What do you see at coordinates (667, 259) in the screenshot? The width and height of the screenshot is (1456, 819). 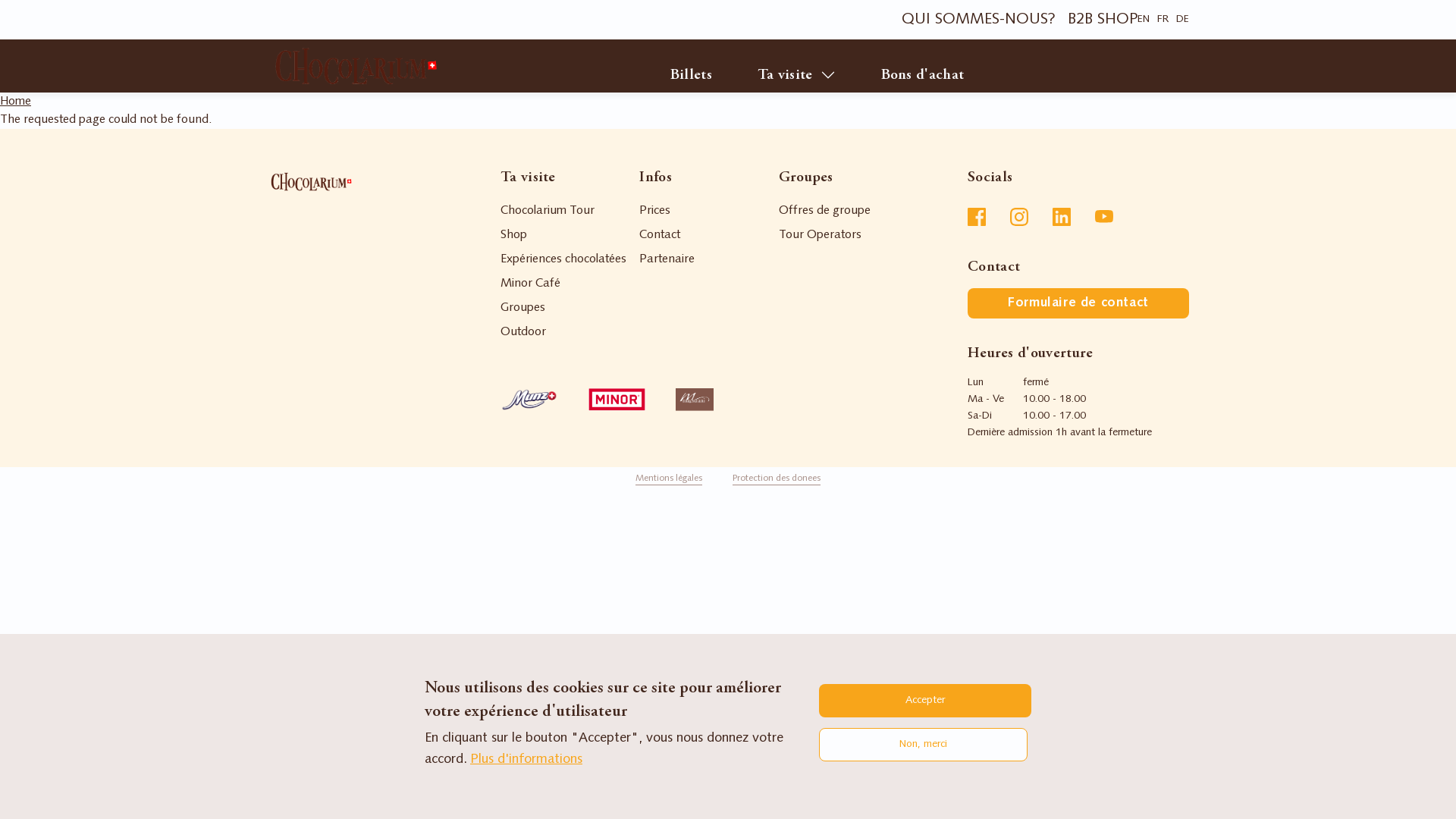 I see `'Partenaire'` at bounding box center [667, 259].